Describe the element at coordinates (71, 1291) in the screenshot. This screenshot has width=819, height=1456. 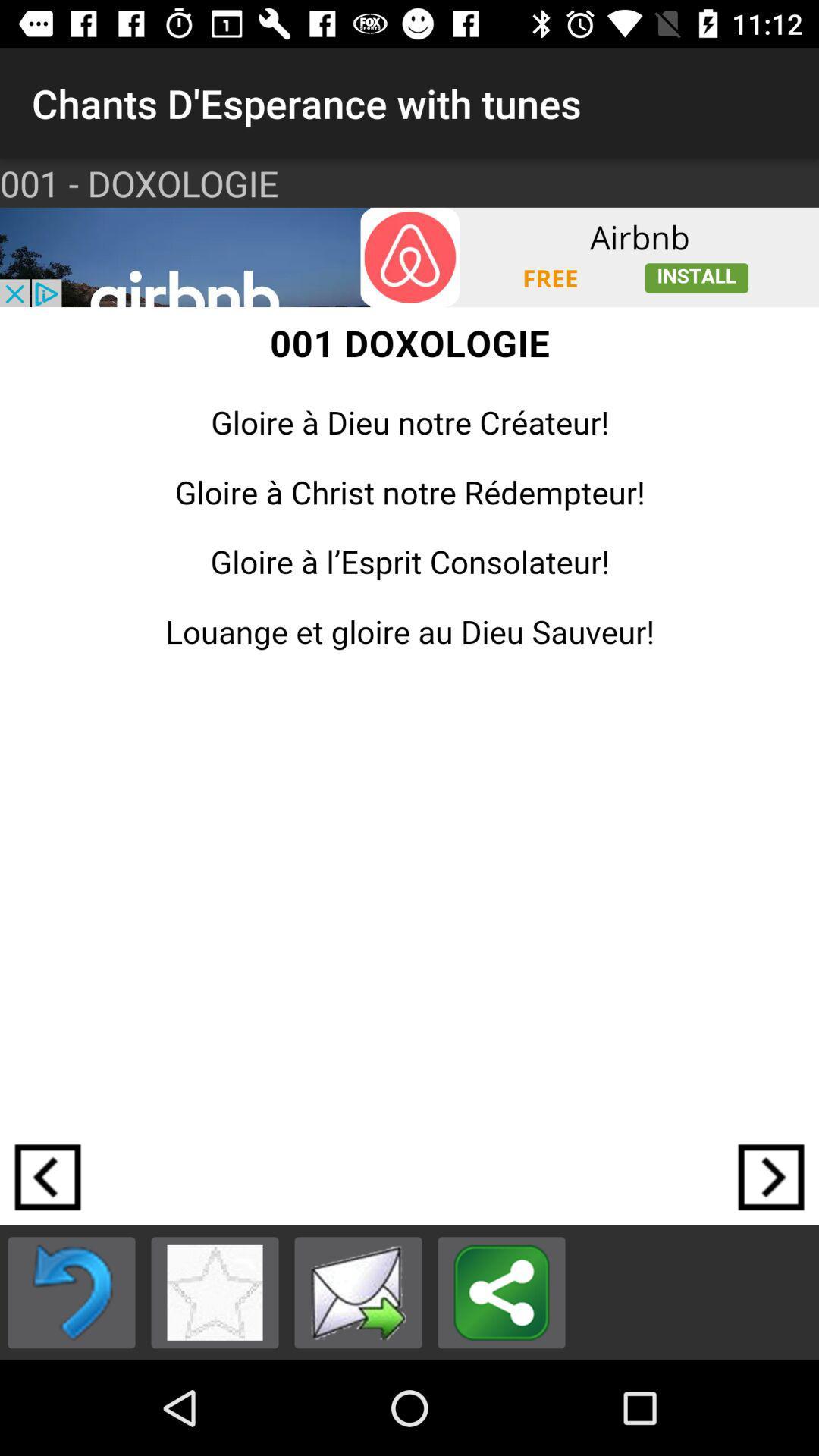
I see `the undo icon` at that location.